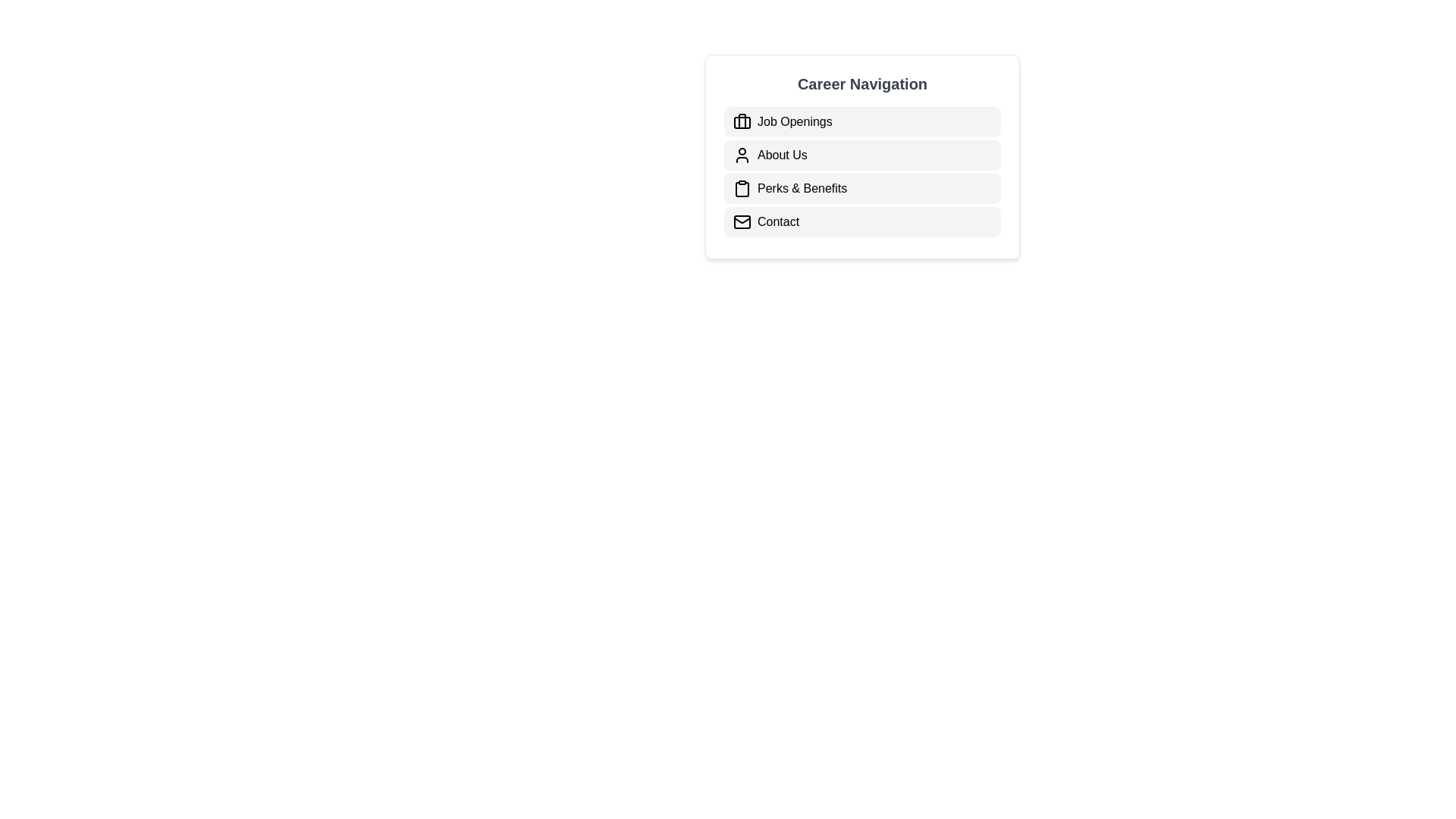 The height and width of the screenshot is (819, 1456). Describe the element at coordinates (862, 84) in the screenshot. I see `the static text label that serves as a title or header, located at the top of the vertical list in the panel, centered horizontally and placed near the top` at that location.